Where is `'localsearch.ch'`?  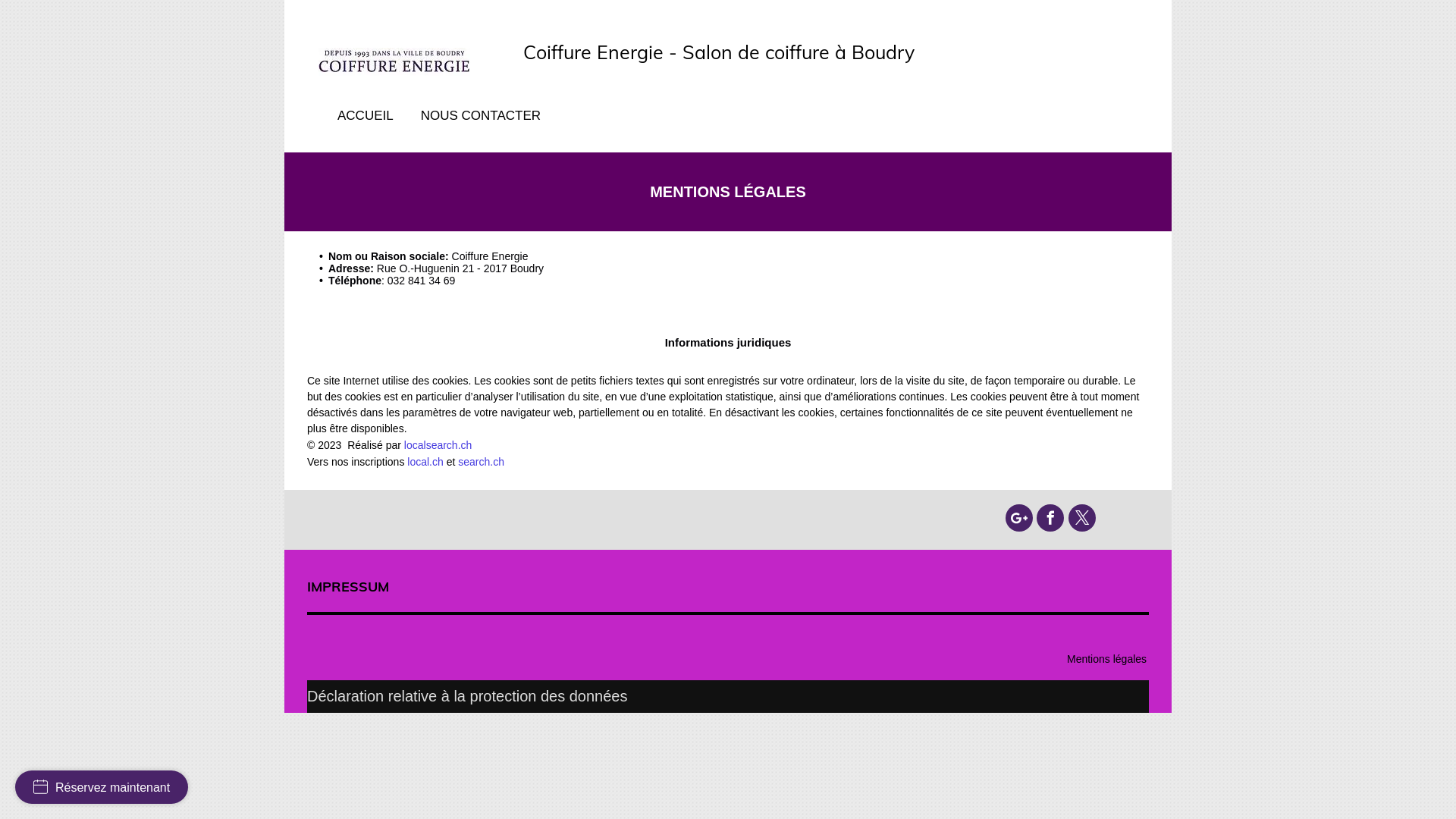
'localsearch.ch' is located at coordinates (437, 444).